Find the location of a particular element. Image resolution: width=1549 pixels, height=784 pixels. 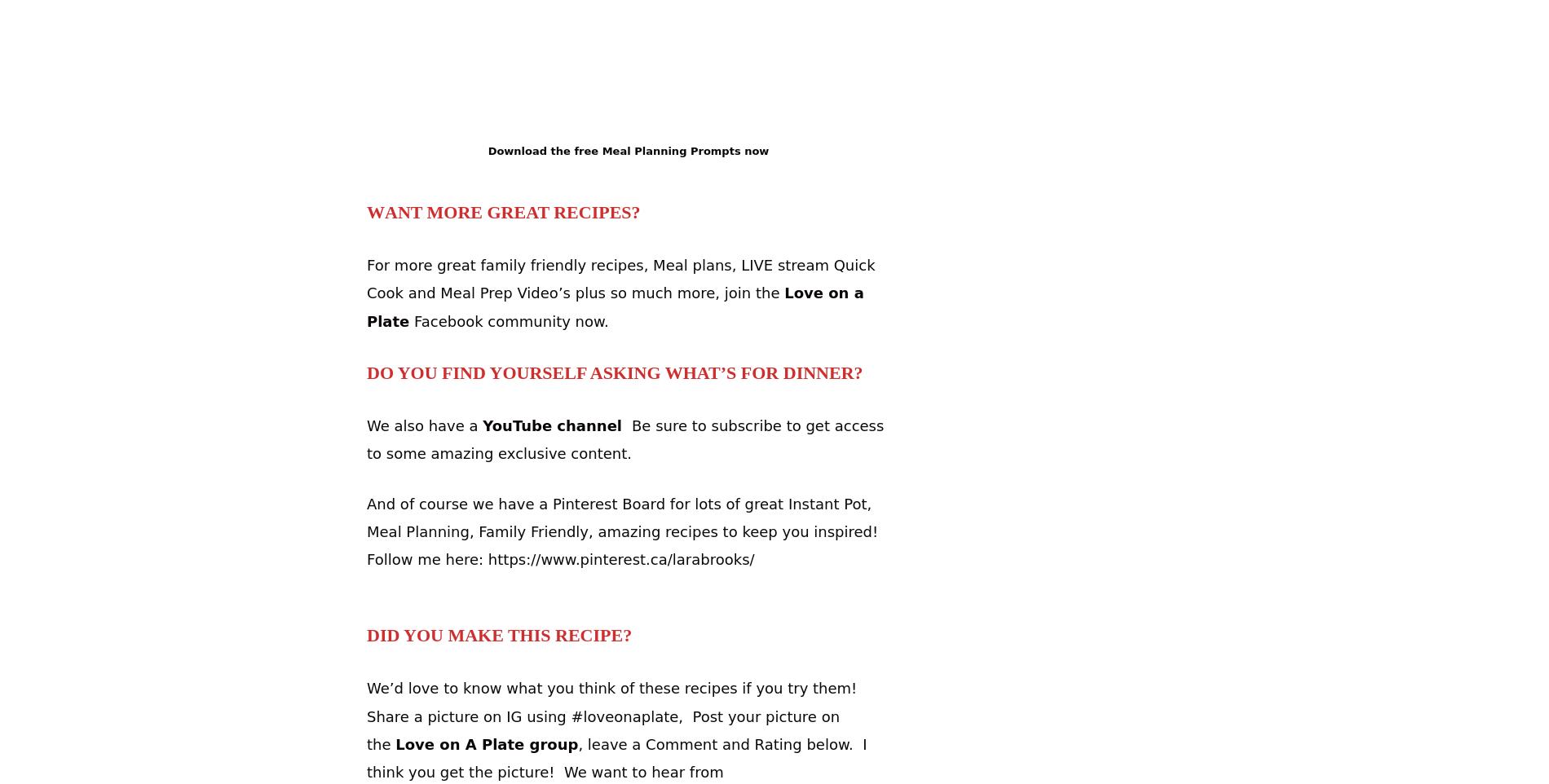

'YouTube channel' is located at coordinates (554, 425).